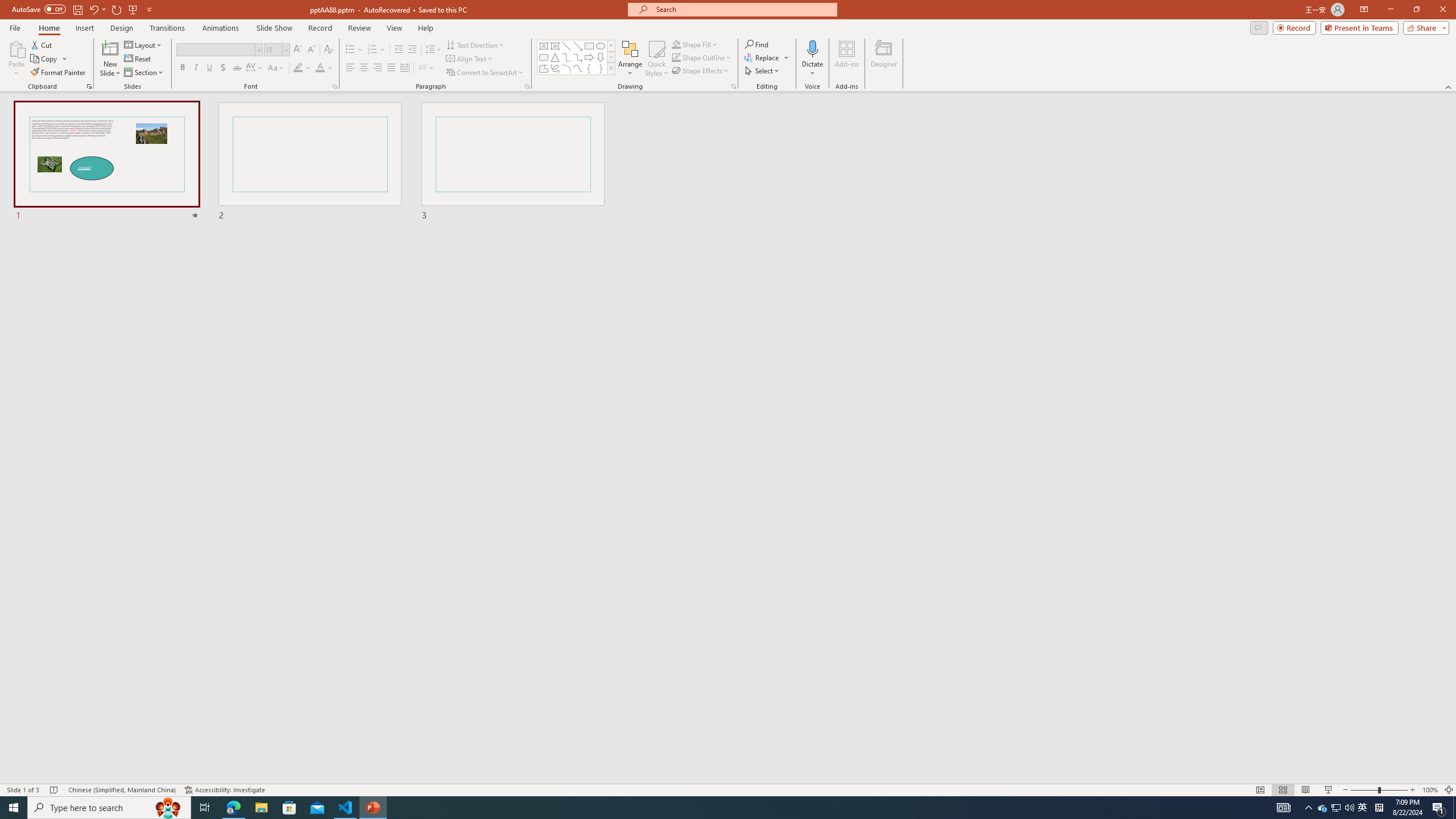 The height and width of the screenshot is (819, 1456). Describe the element at coordinates (49, 59) in the screenshot. I see `'Copy'` at that location.